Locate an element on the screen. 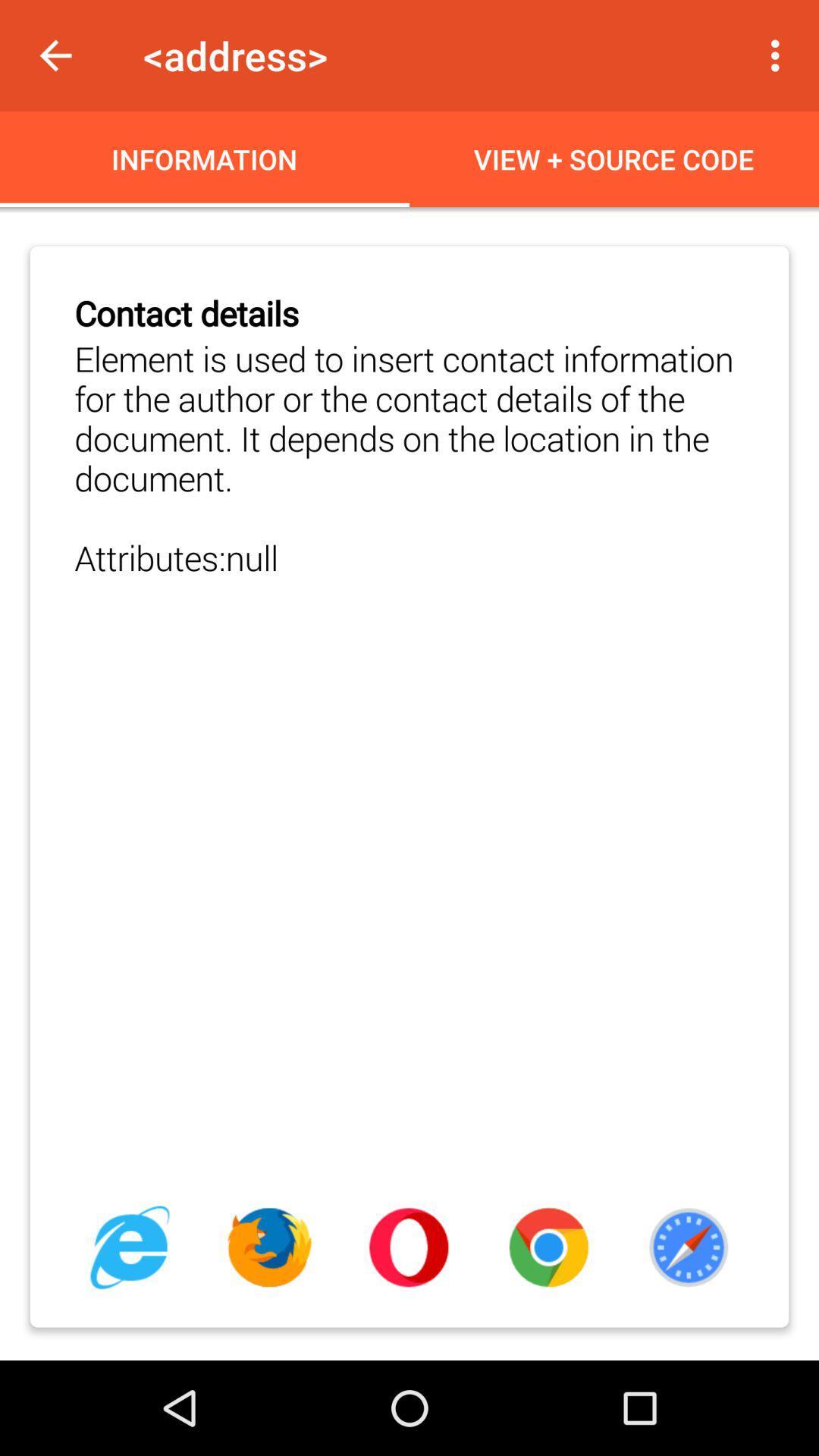 This screenshot has width=819, height=1456. item next to <address> item is located at coordinates (55, 55).